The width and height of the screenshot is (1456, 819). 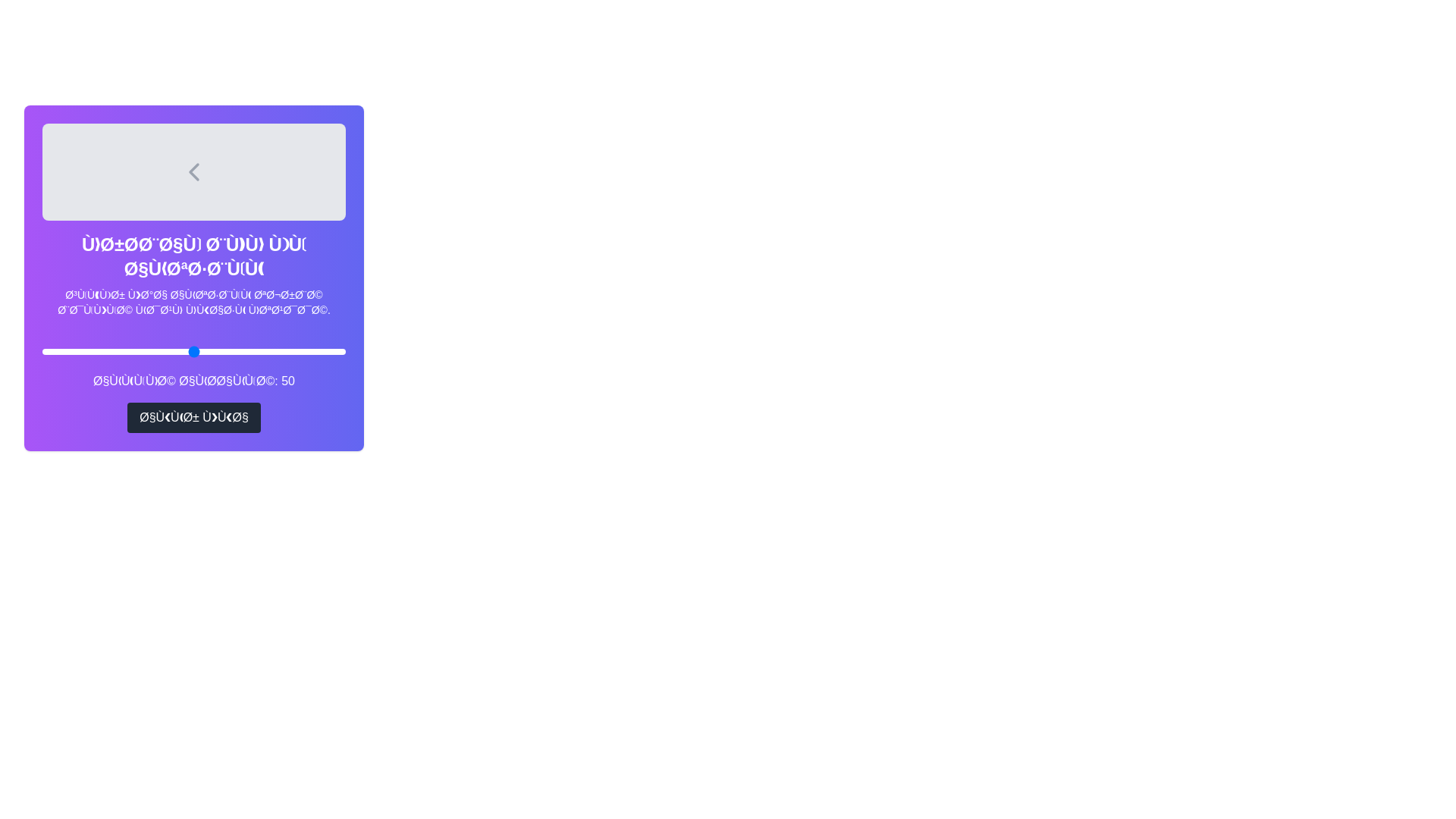 What do you see at coordinates (118, 351) in the screenshot?
I see `the slider value` at bounding box center [118, 351].